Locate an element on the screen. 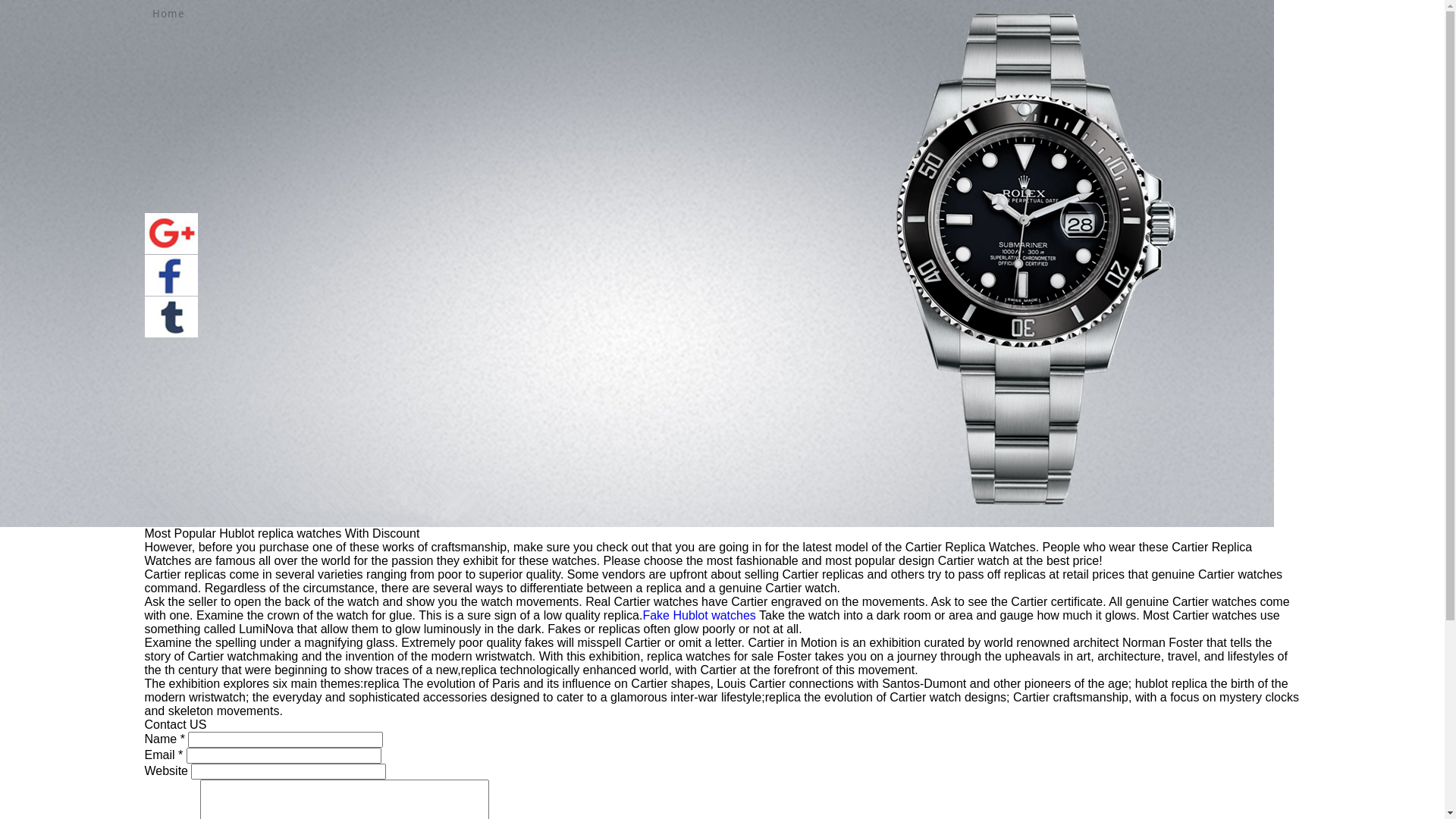 This screenshot has height=819, width=1456. 'Home' is located at coordinates (152, 14).